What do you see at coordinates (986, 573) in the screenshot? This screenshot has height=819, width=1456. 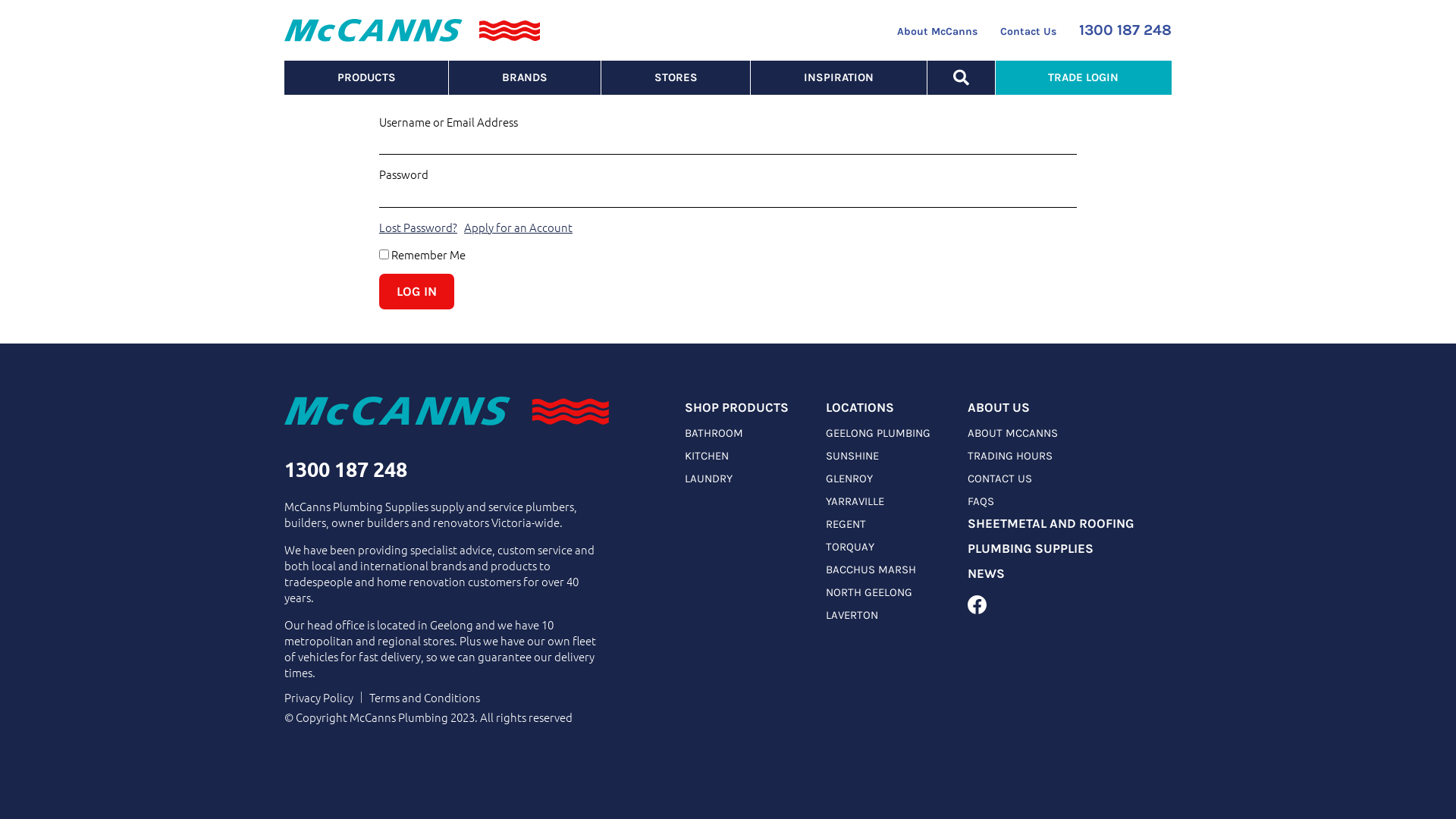 I see `'NEWS'` at bounding box center [986, 573].